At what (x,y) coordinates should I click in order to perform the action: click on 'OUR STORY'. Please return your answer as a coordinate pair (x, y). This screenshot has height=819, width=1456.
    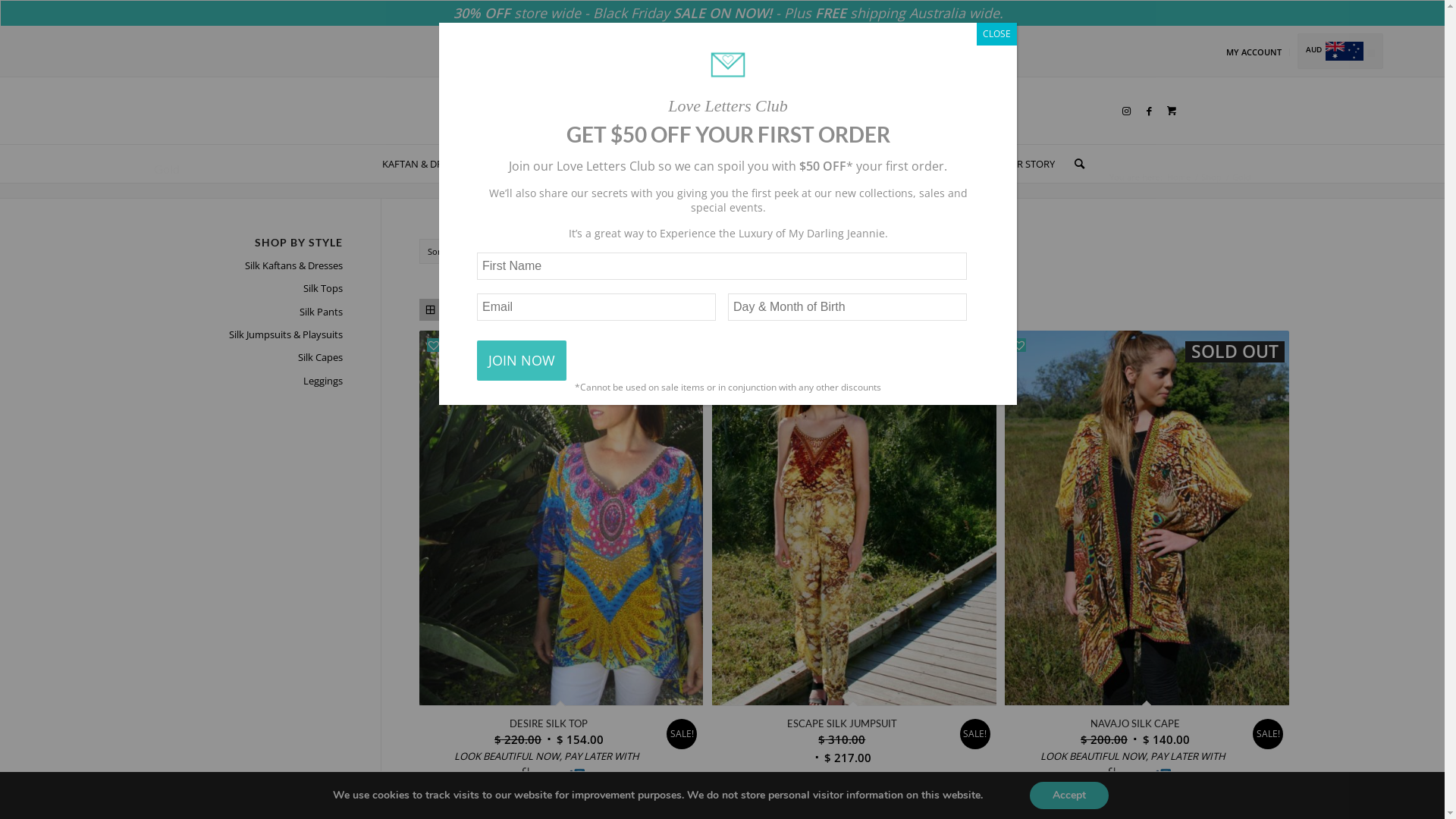
    Looking at the image, I should click on (1022, 164).